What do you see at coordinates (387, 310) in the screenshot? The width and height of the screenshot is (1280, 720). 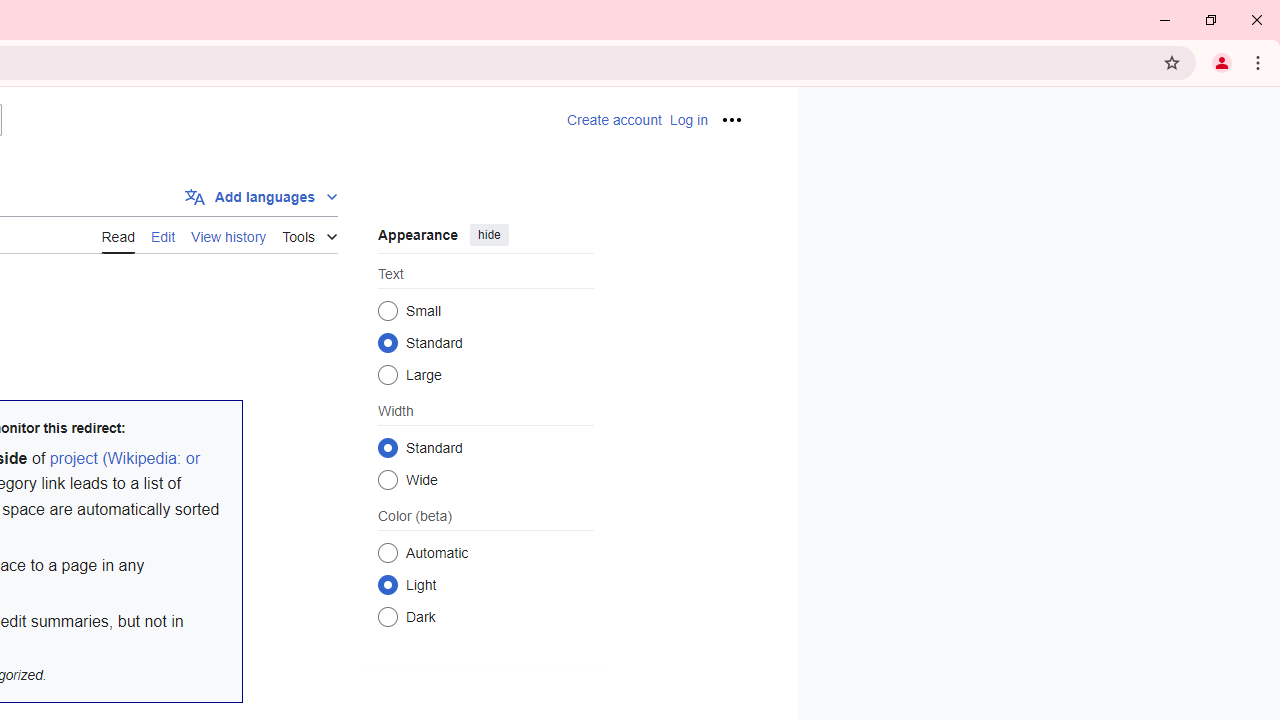 I see `'Small'` at bounding box center [387, 310].